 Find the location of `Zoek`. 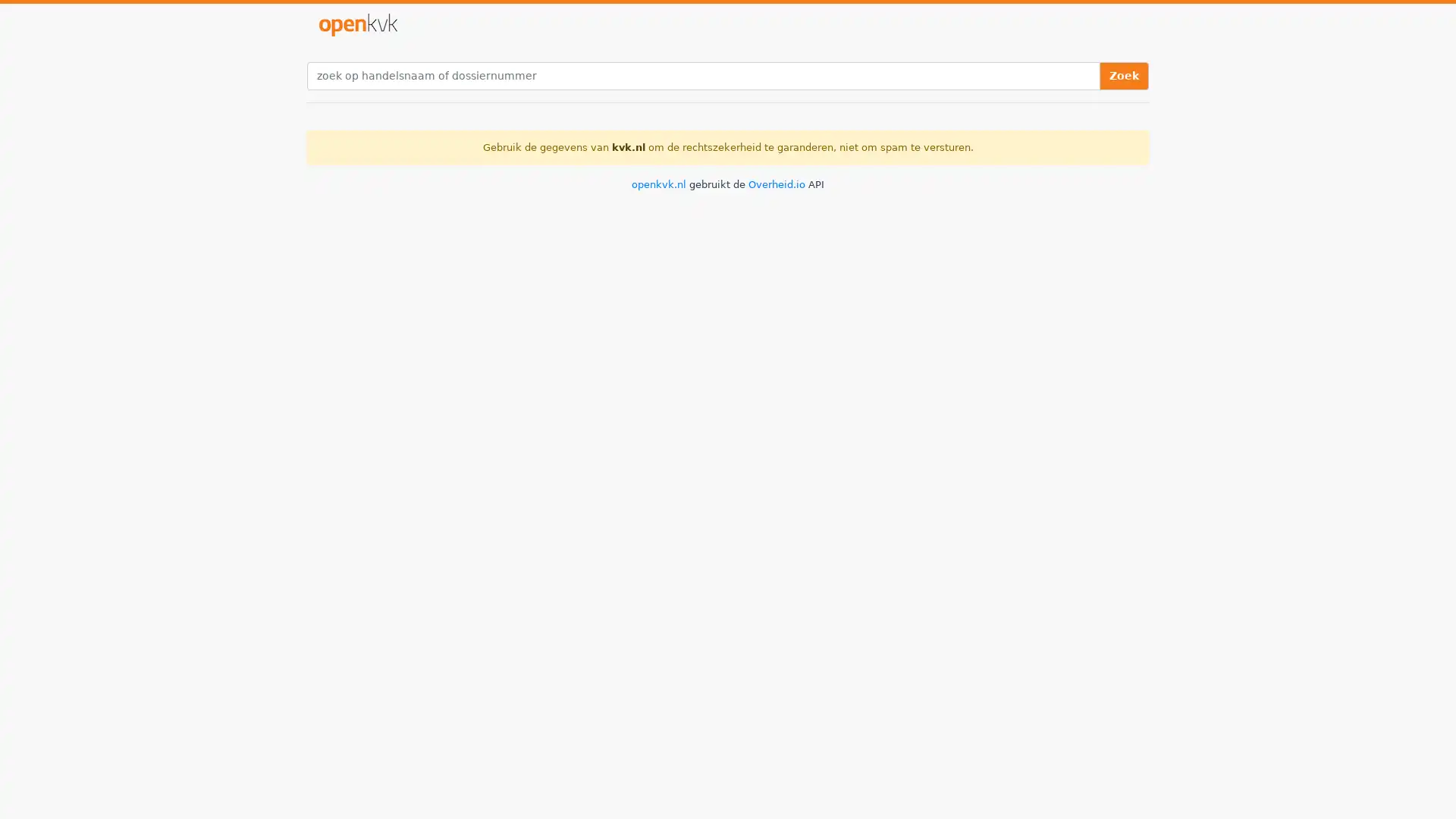

Zoek is located at coordinates (1124, 75).